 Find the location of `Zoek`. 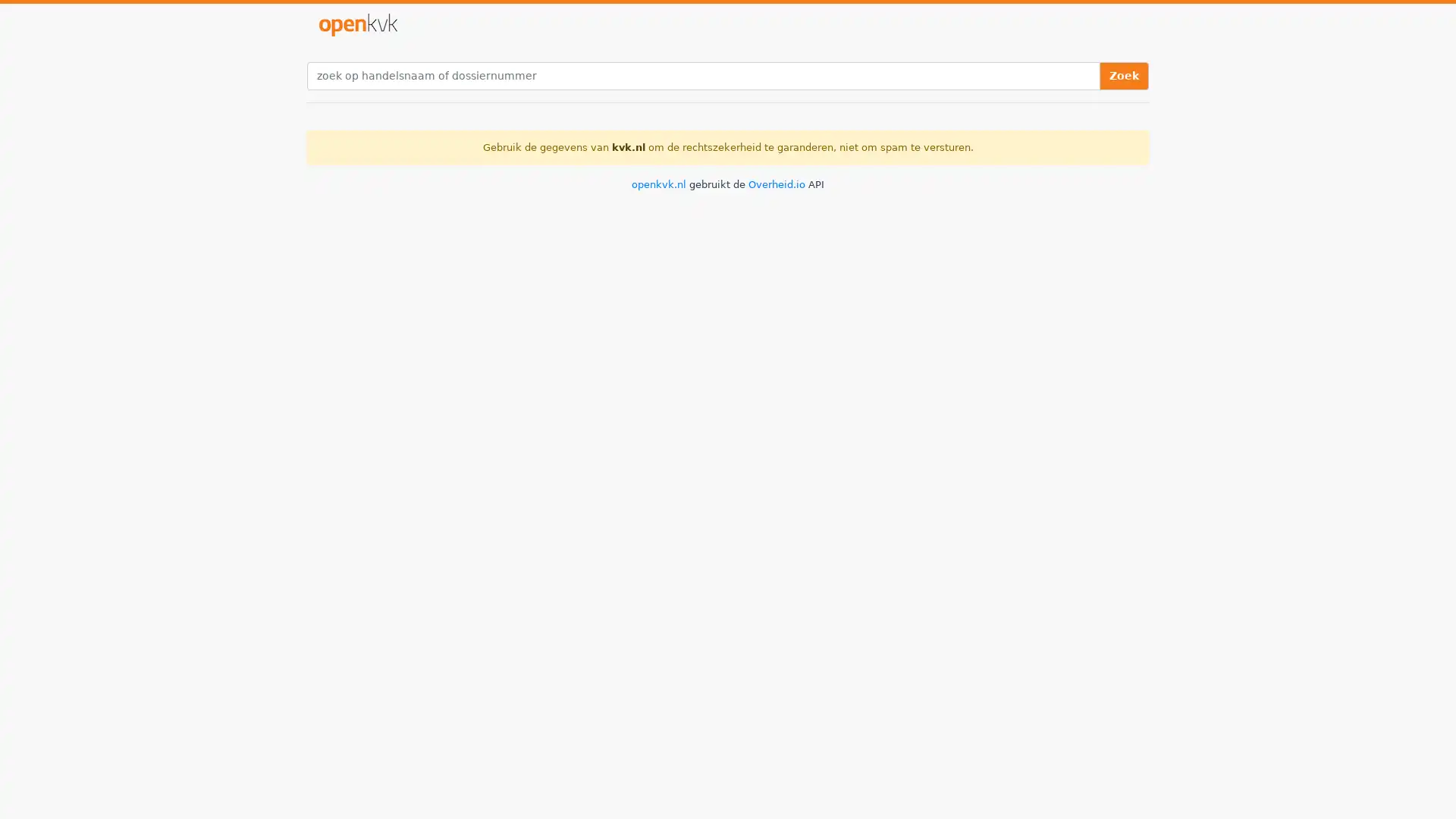

Zoek is located at coordinates (1124, 75).